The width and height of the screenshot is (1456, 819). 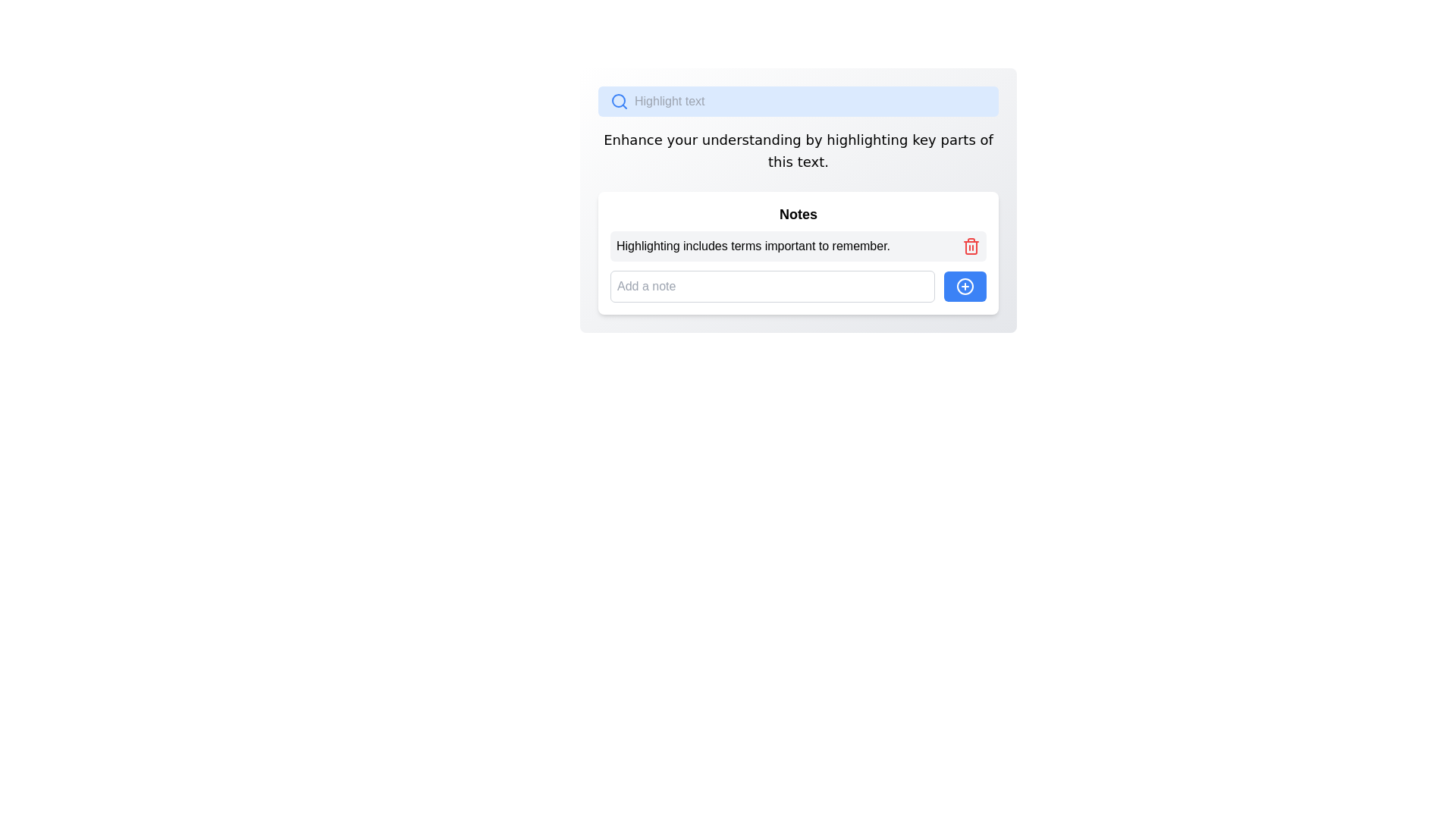 I want to click on the lowercase letter 'k' in the word 'key' within the sentence 'Enhance your understanding by highlighting key parts of this text.', so click(x=915, y=140).